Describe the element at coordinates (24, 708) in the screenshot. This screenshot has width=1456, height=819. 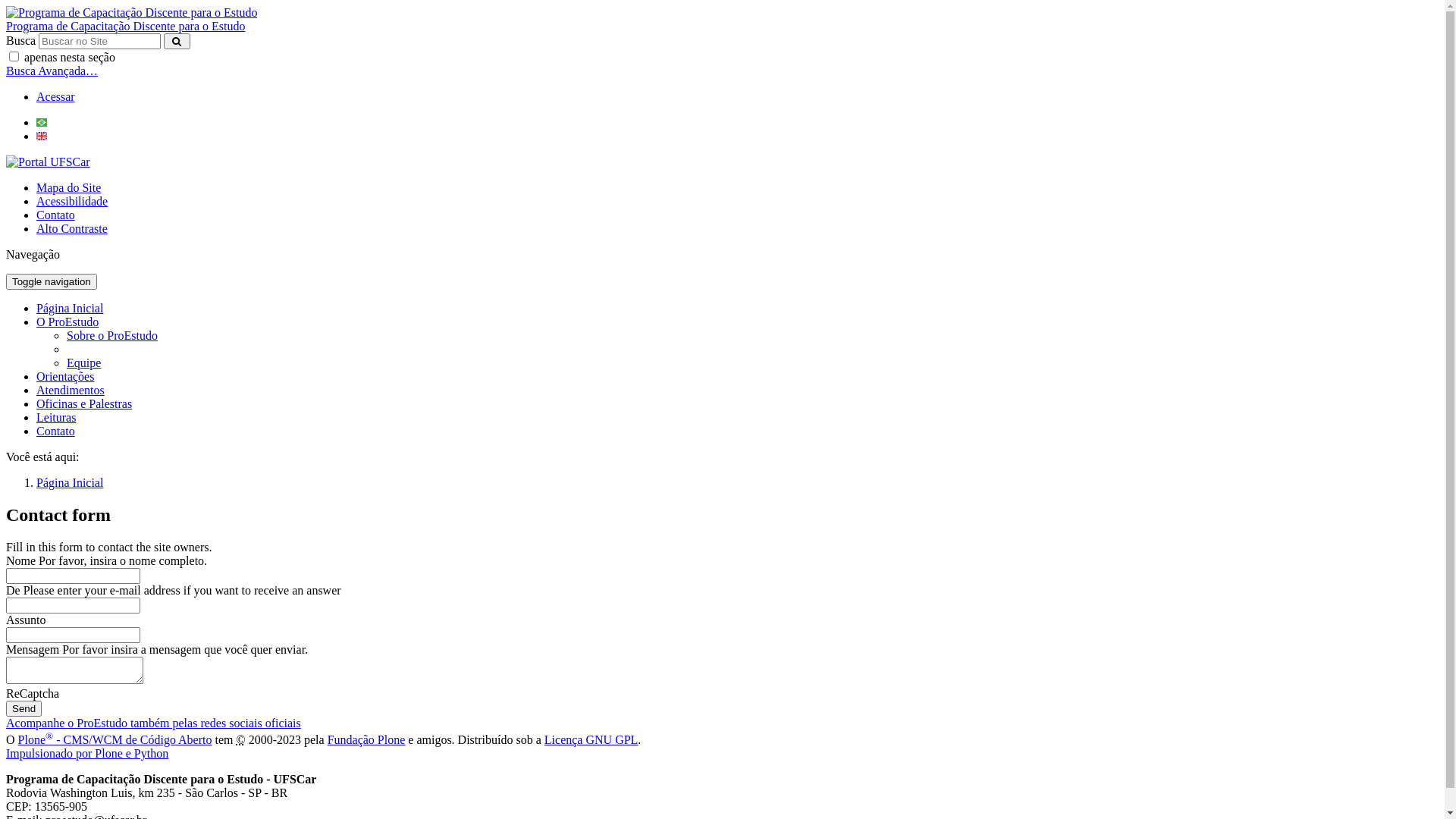
I see `'Send'` at that location.